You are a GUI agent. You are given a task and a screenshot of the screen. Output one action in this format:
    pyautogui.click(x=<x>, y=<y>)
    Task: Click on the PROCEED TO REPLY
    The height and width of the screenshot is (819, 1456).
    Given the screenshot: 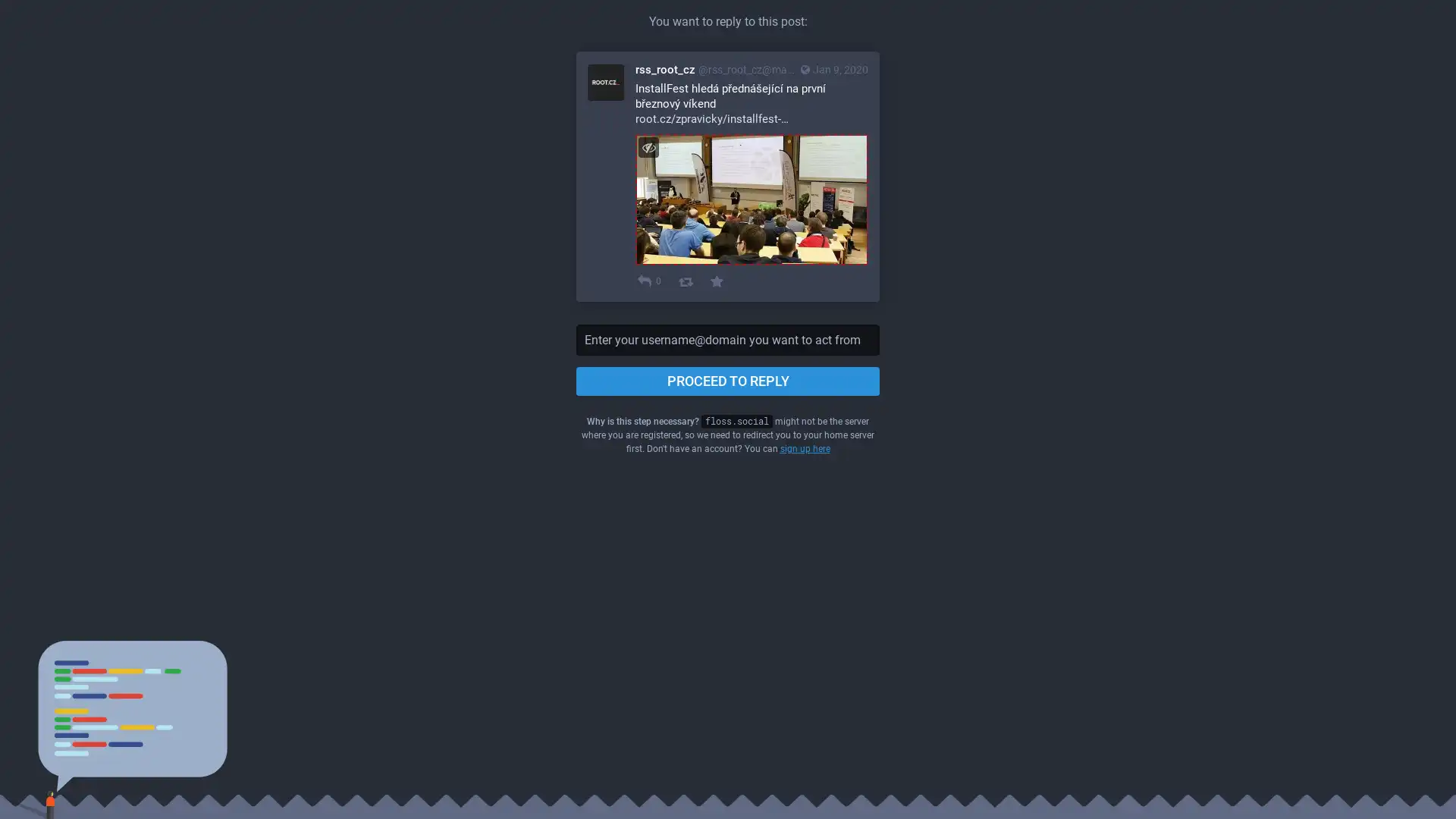 What is the action you would take?
    pyautogui.click(x=728, y=379)
    